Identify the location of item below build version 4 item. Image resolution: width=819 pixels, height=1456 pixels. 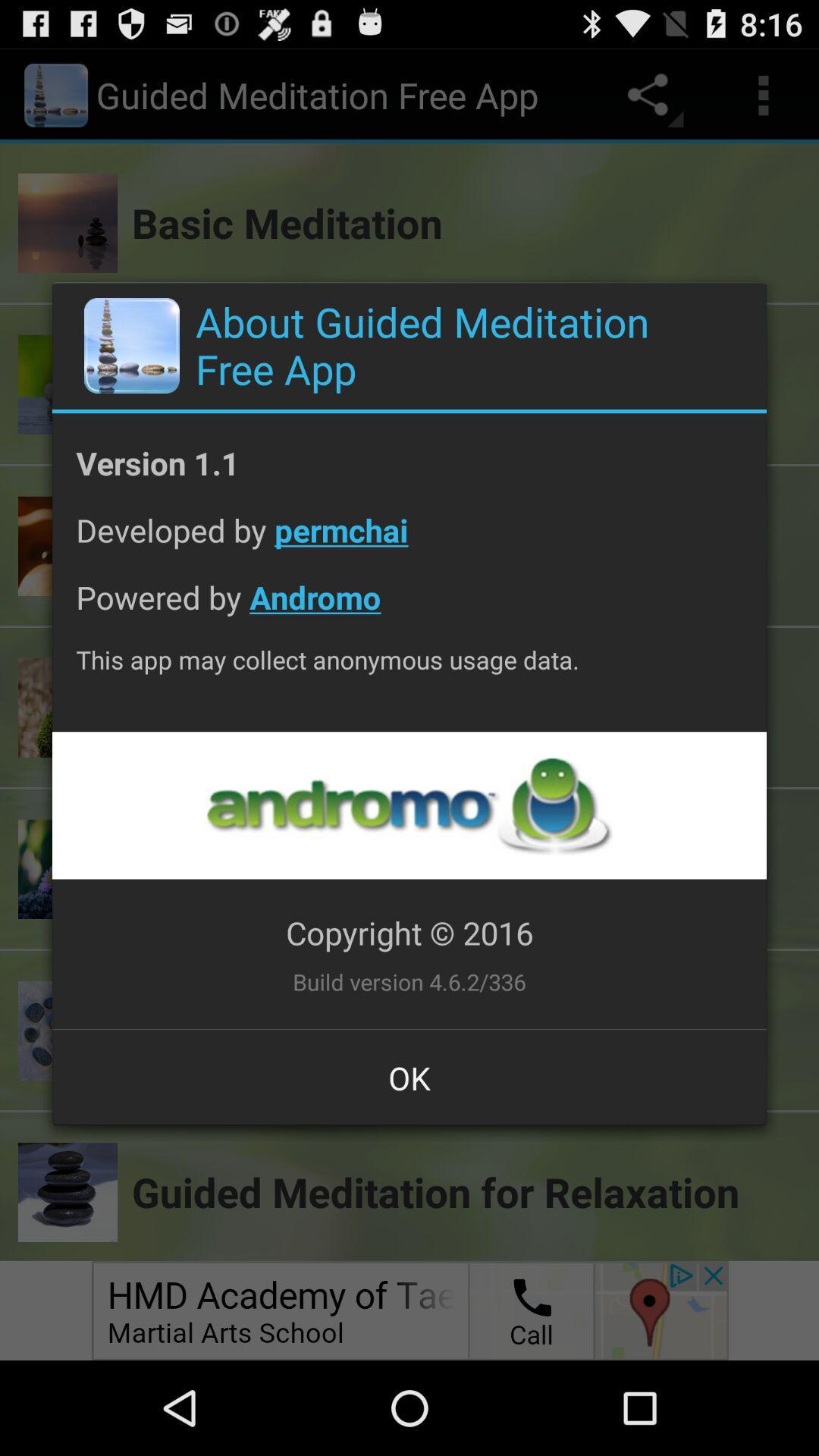
(409, 1077).